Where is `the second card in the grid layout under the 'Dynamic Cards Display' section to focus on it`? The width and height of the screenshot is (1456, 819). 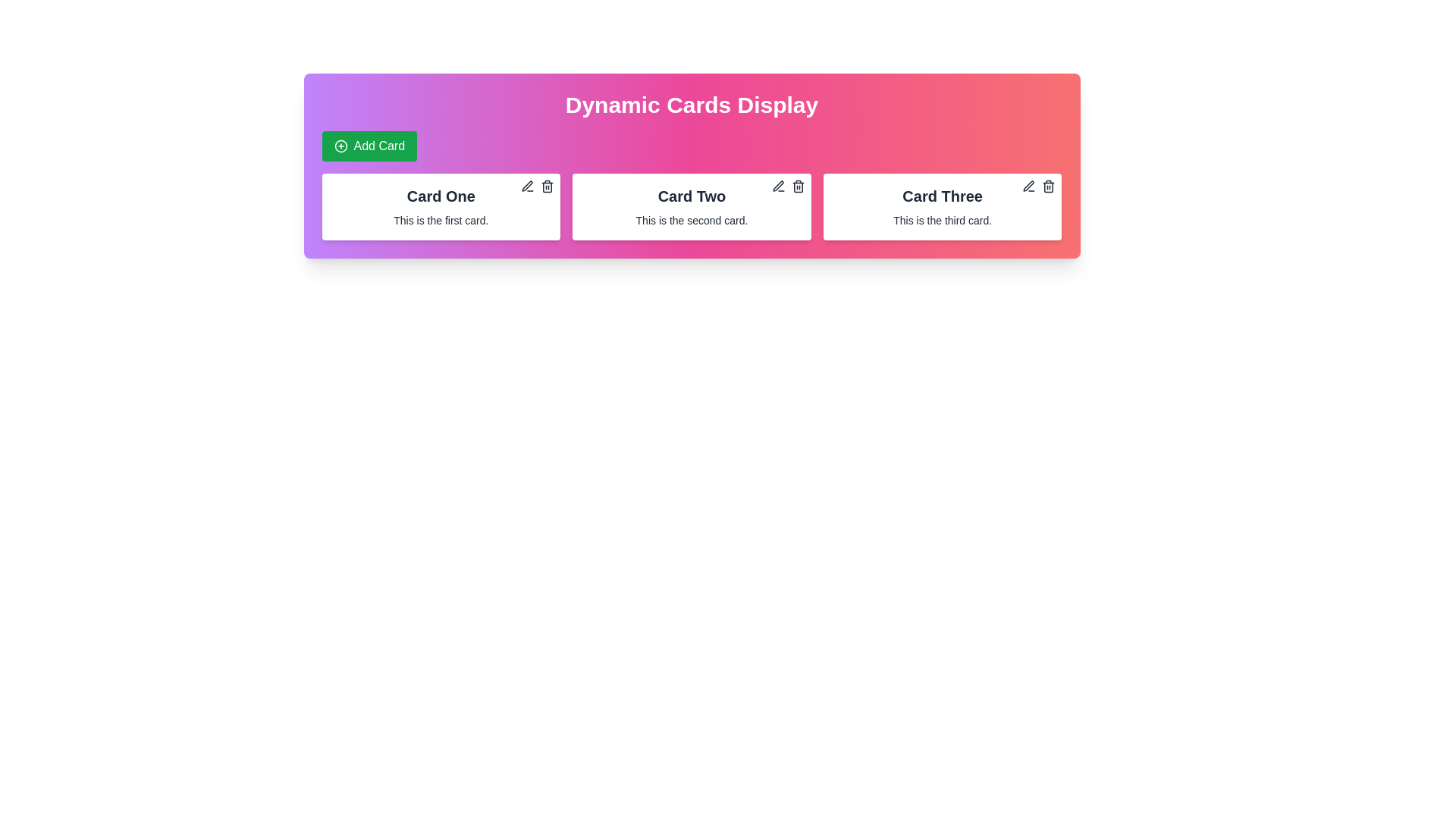
the second card in the grid layout under the 'Dynamic Cards Display' section to focus on it is located at coordinates (691, 207).